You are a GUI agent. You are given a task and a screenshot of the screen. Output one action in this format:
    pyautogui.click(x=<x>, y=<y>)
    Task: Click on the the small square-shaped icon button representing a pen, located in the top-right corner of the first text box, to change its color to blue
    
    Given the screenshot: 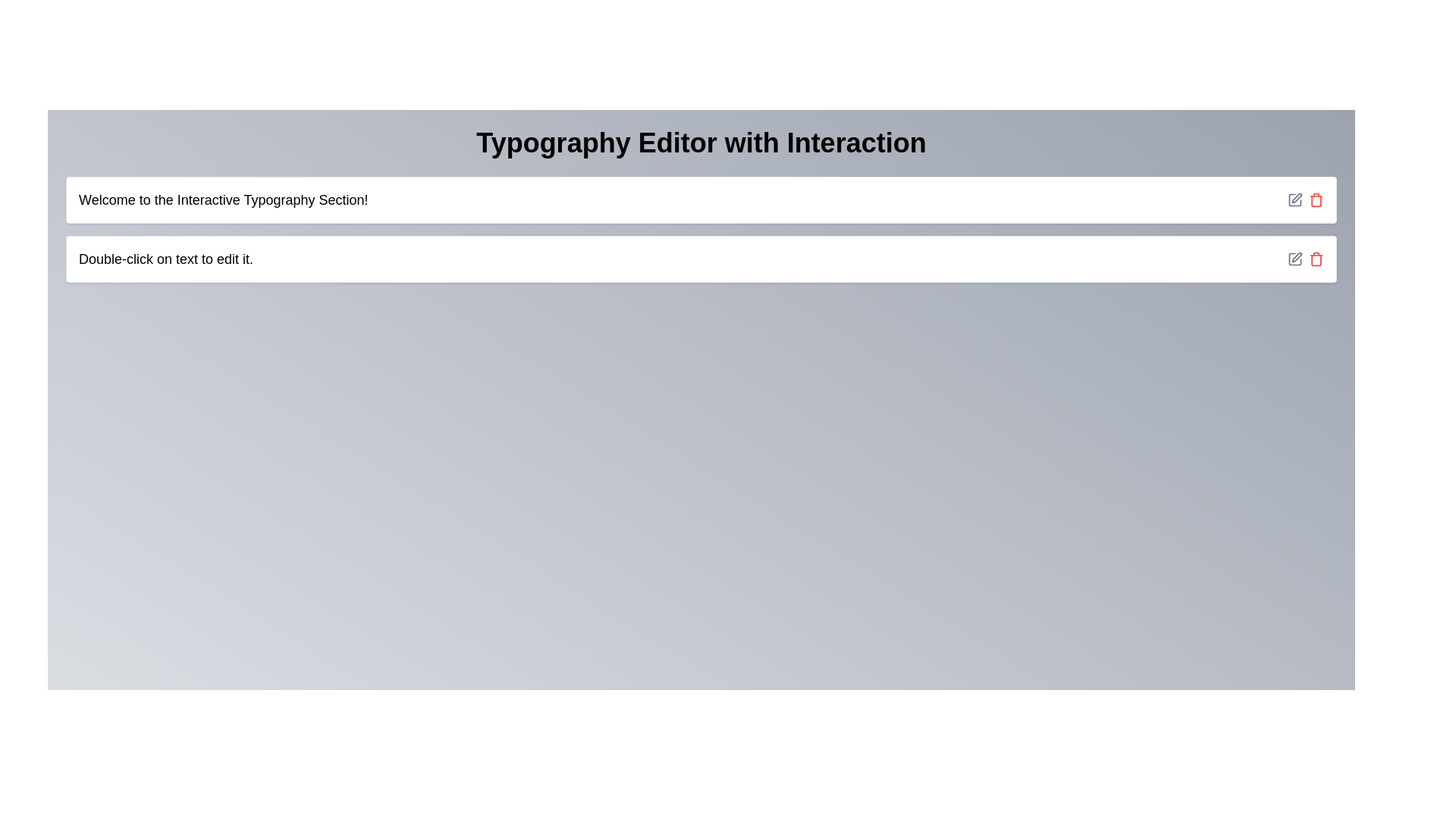 What is the action you would take?
    pyautogui.click(x=1294, y=199)
    